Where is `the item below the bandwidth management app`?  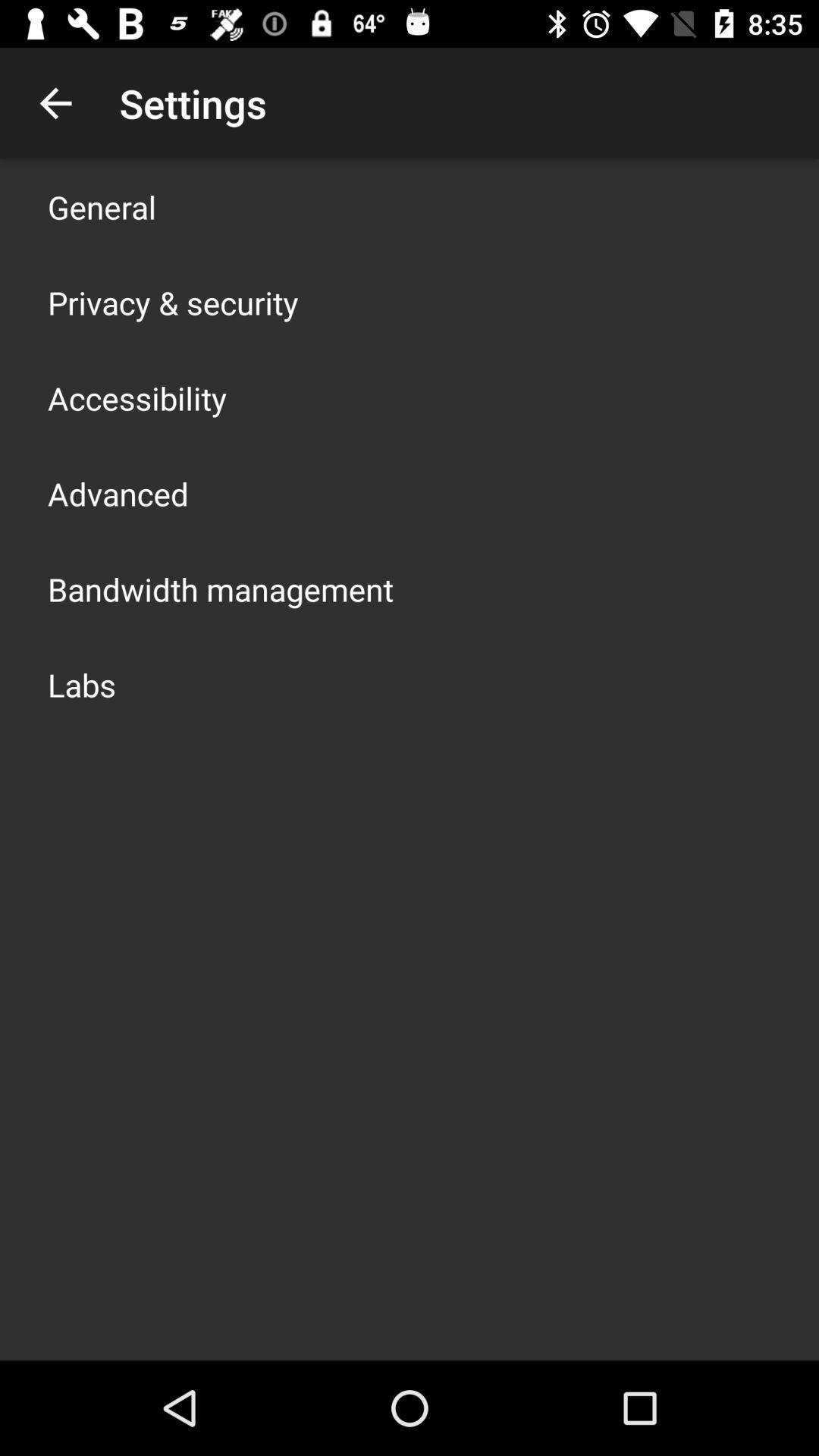
the item below the bandwidth management app is located at coordinates (82, 683).